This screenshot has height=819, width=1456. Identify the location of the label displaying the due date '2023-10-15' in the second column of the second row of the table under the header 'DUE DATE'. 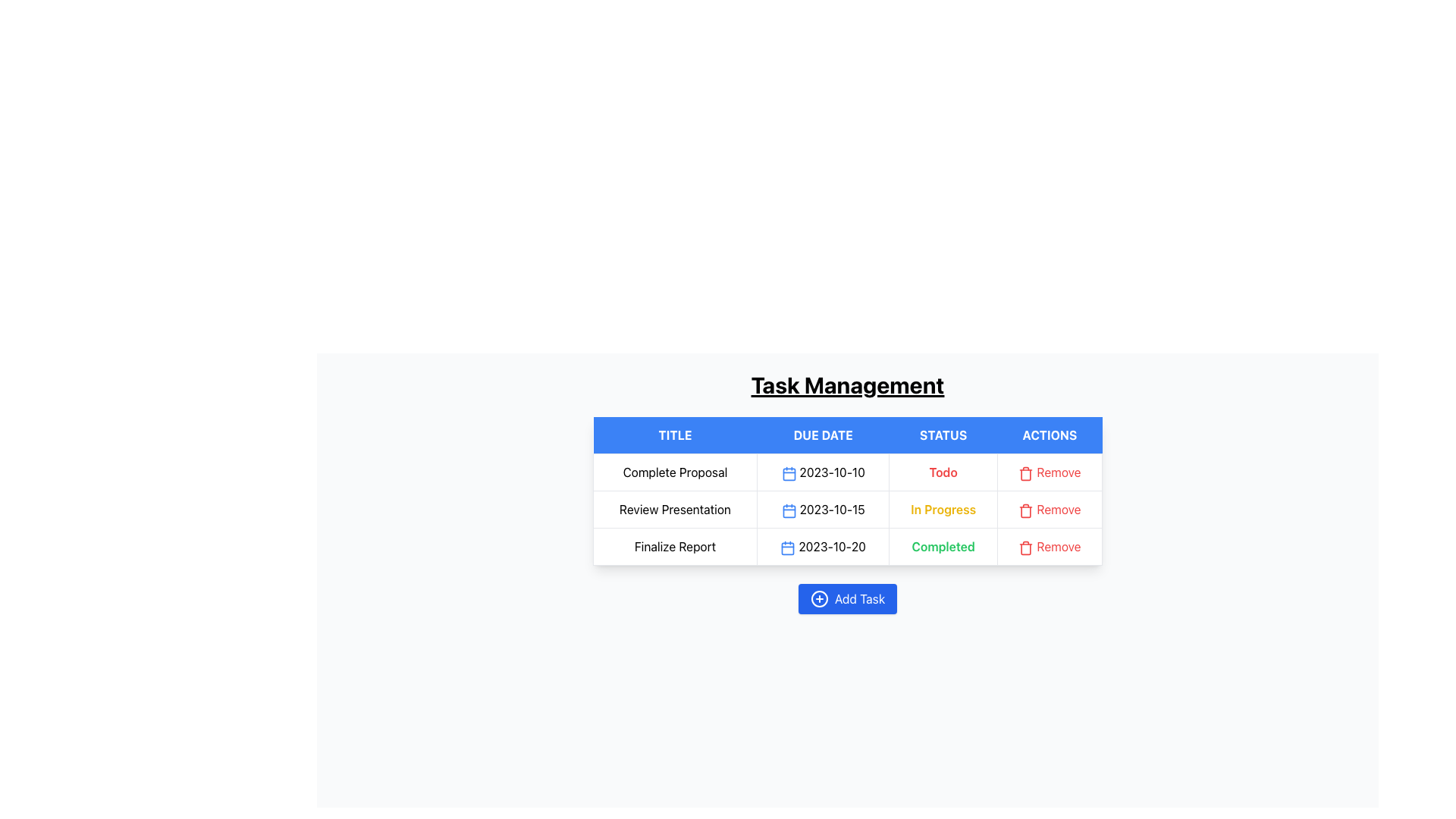
(822, 509).